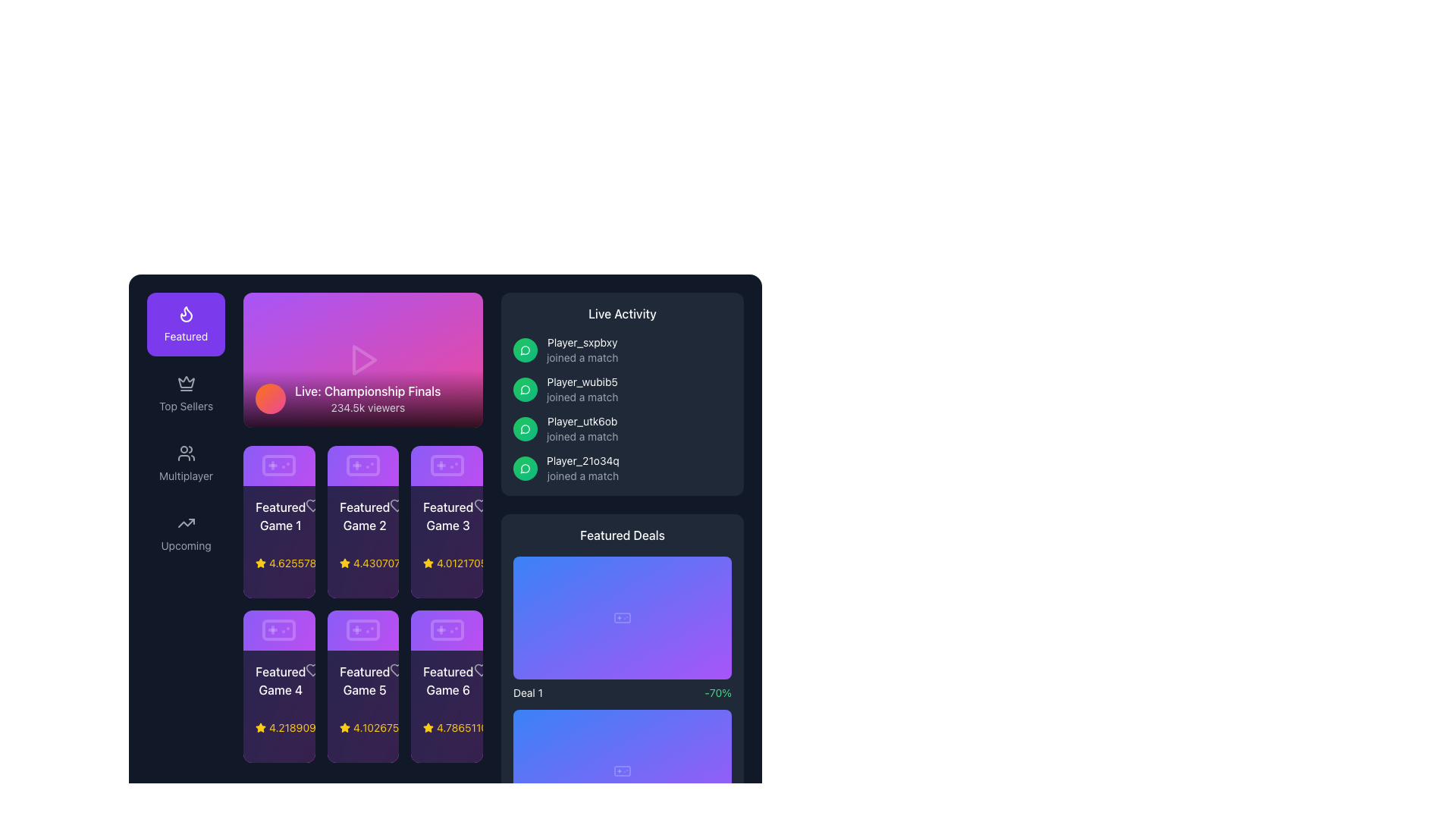  Describe the element at coordinates (528, 693) in the screenshot. I see `the text label displaying 'Deal 1' styled in white, located within the dark background of the 'Featured Deals' panel` at that location.